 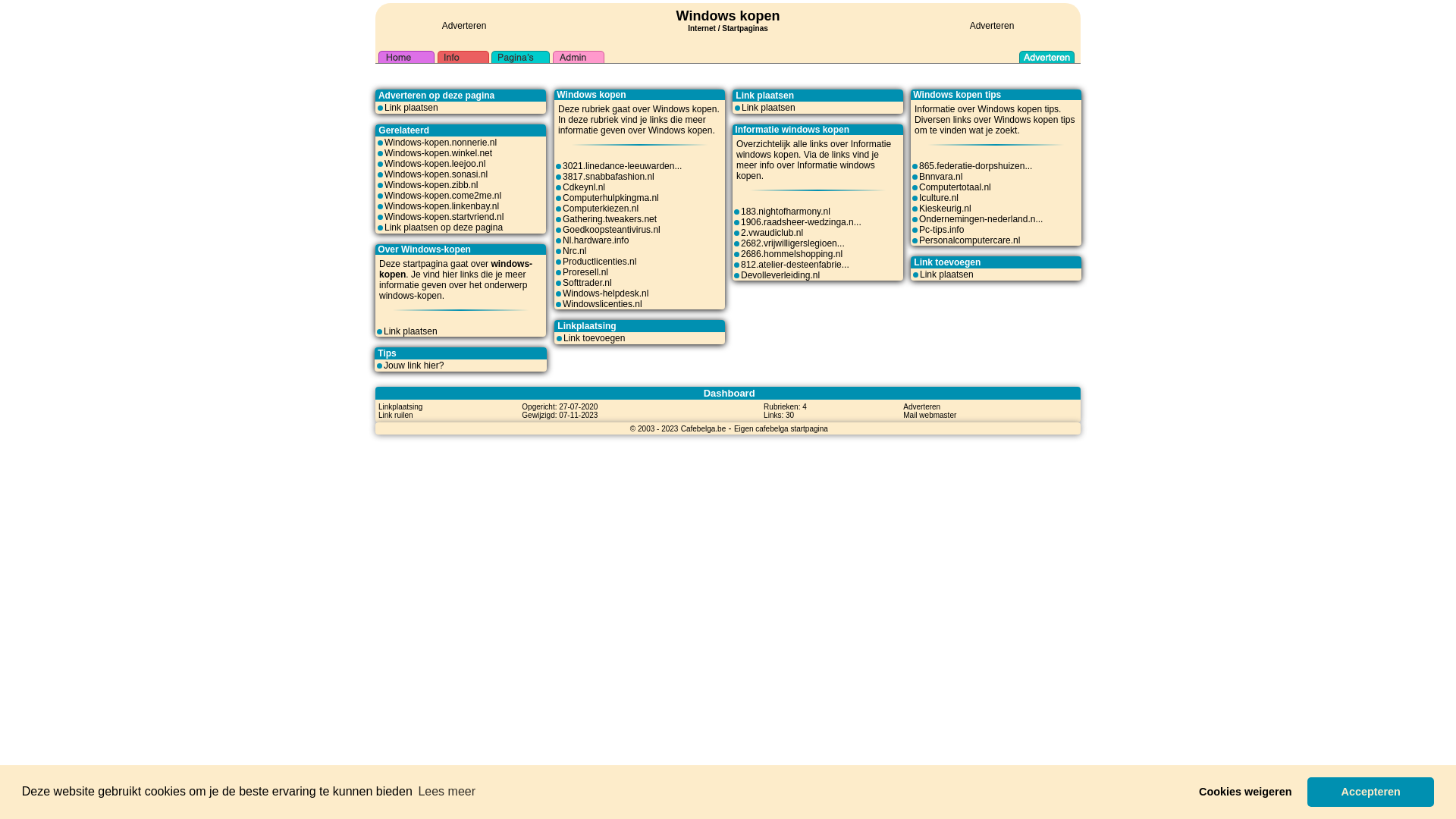 What do you see at coordinates (384, 164) in the screenshot?
I see `'Windows-kopen.leejoo.nl'` at bounding box center [384, 164].